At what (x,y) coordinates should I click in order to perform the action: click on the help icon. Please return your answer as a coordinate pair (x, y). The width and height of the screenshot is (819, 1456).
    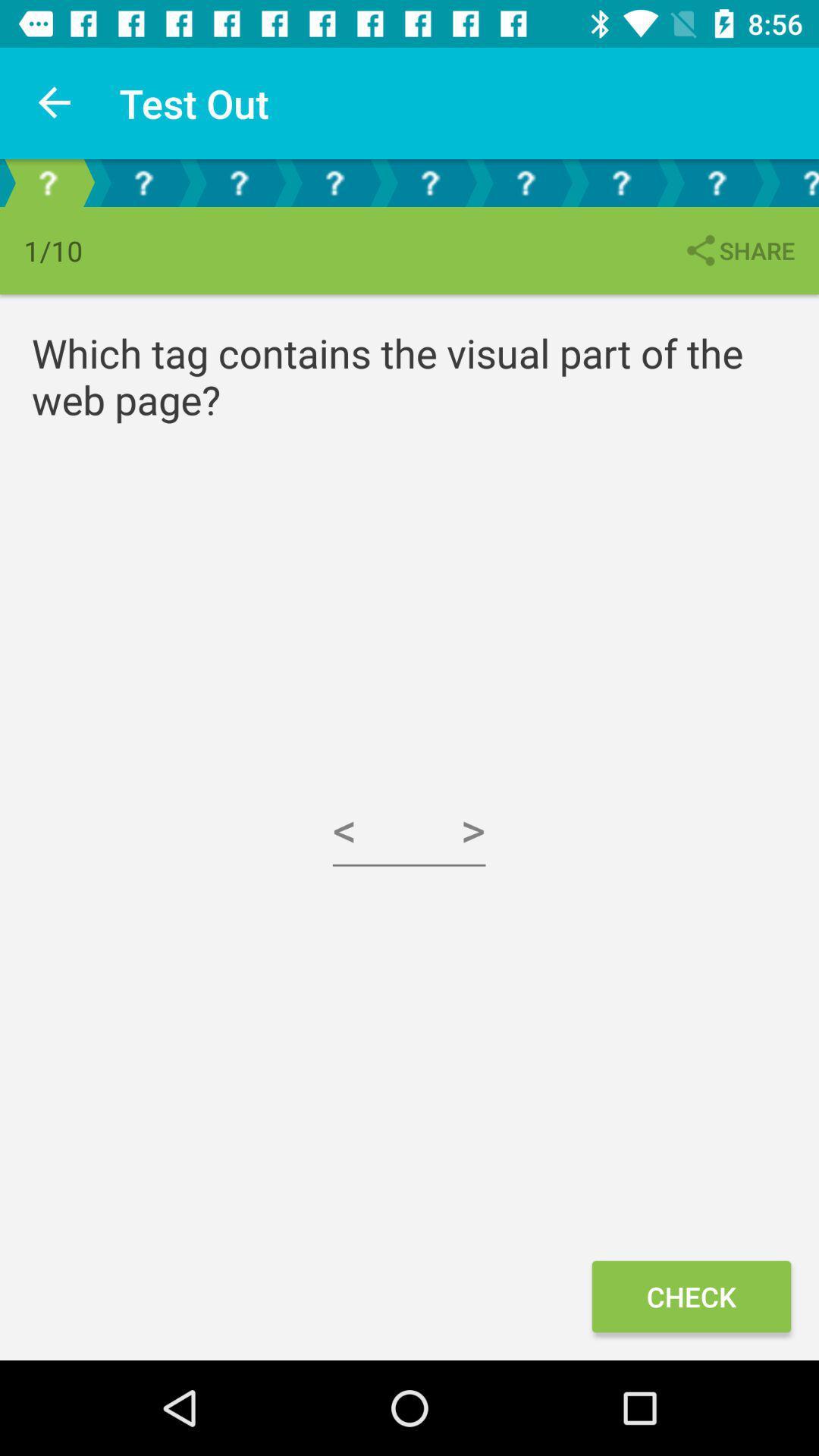
    Looking at the image, I should click on (717, 182).